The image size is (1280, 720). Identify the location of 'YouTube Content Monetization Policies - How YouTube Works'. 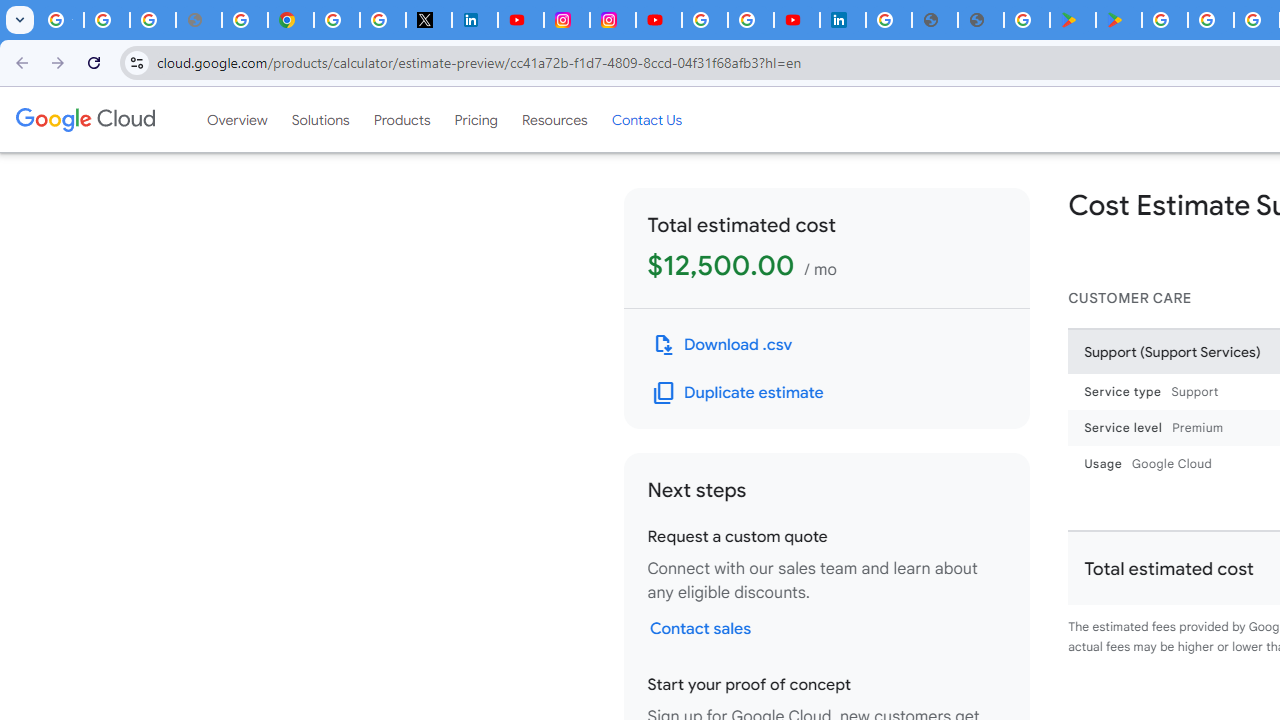
(520, 20).